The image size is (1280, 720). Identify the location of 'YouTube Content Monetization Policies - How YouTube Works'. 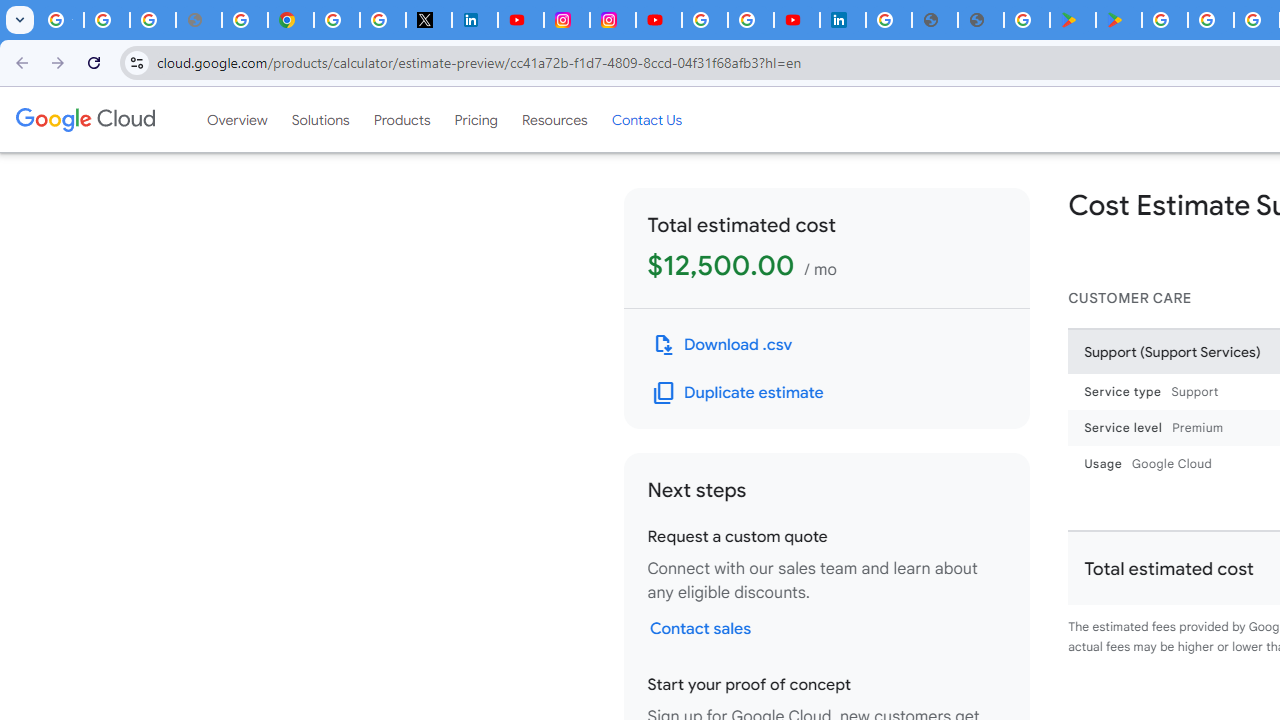
(520, 20).